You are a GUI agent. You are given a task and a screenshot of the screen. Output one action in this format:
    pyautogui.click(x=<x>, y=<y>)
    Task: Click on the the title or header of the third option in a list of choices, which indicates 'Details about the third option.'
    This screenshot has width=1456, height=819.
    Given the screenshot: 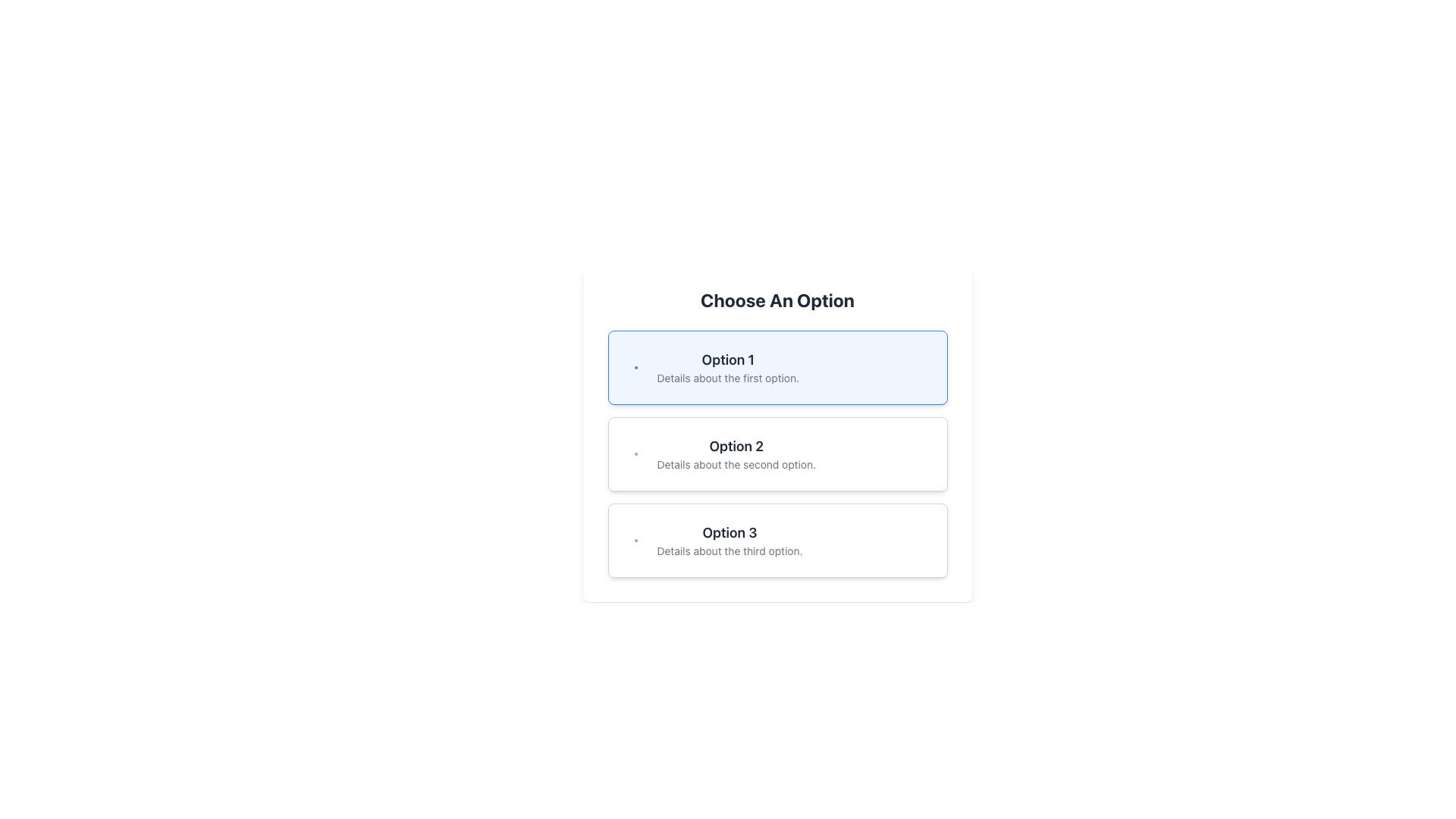 What is the action you would take?
    pyautogui.click(x=730, y=532)
    